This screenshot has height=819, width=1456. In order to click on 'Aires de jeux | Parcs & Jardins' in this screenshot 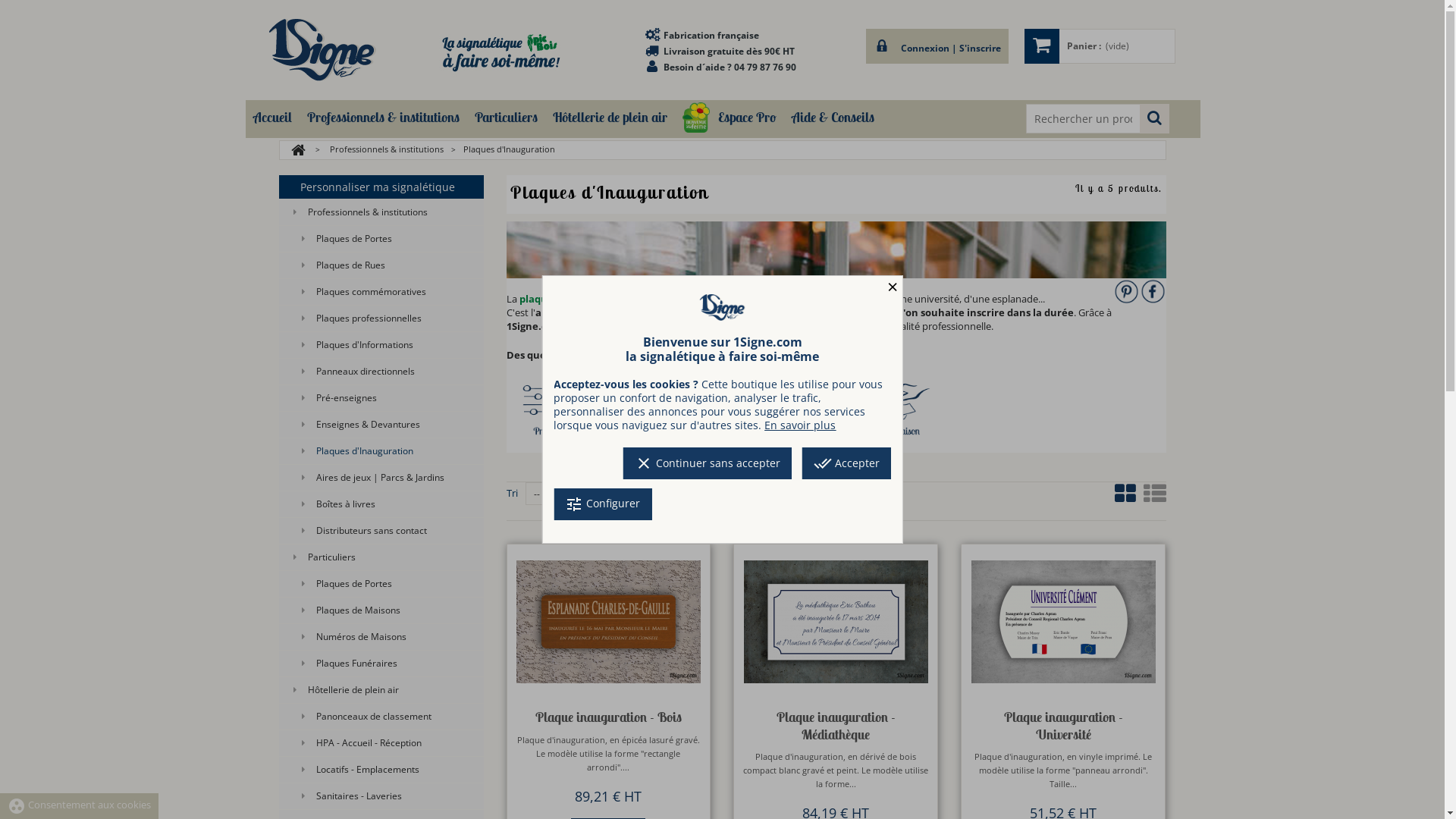, I will do `click(381, 476)`.